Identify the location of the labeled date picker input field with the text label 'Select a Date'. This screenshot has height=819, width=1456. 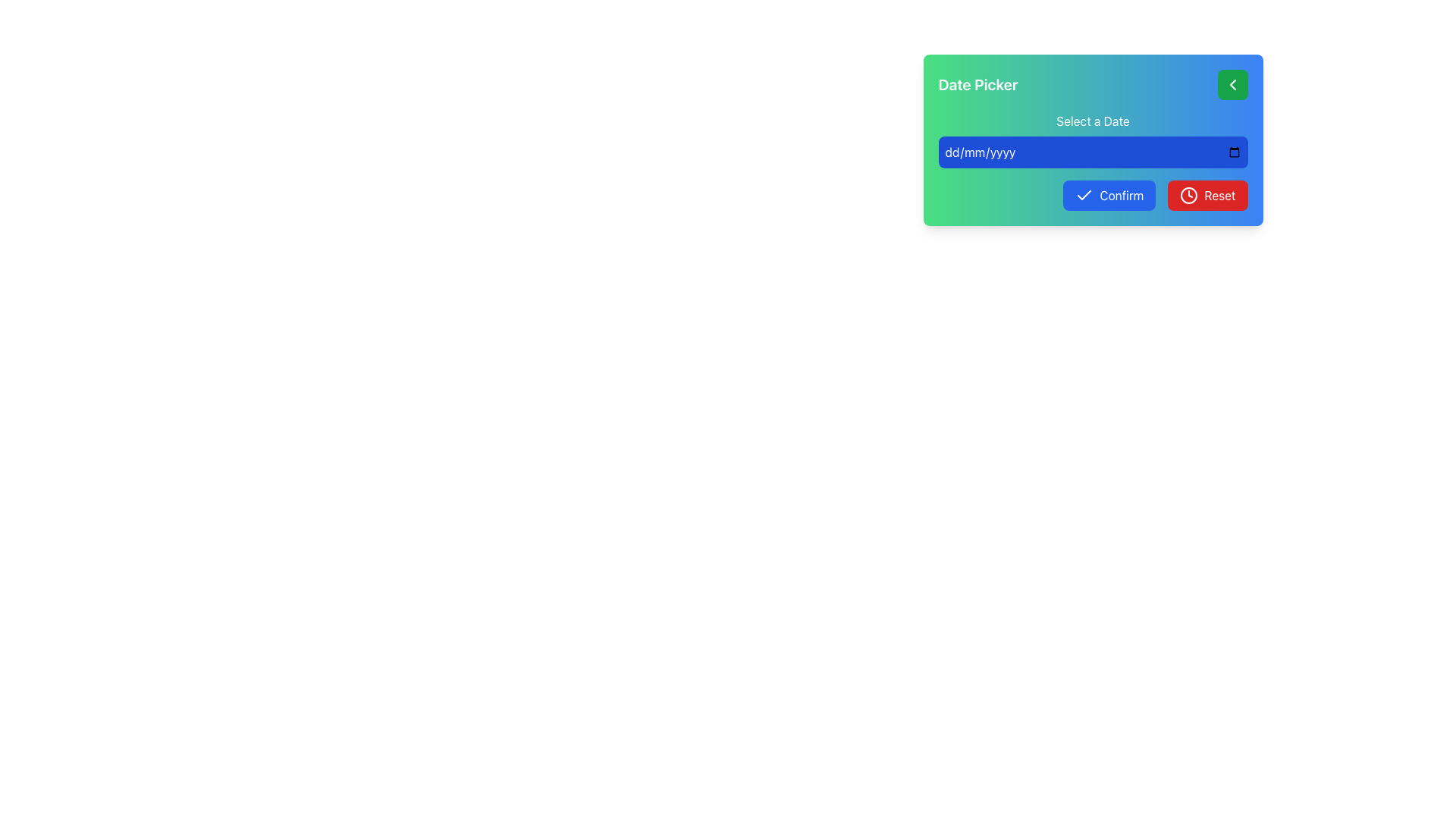
(1093, 140).